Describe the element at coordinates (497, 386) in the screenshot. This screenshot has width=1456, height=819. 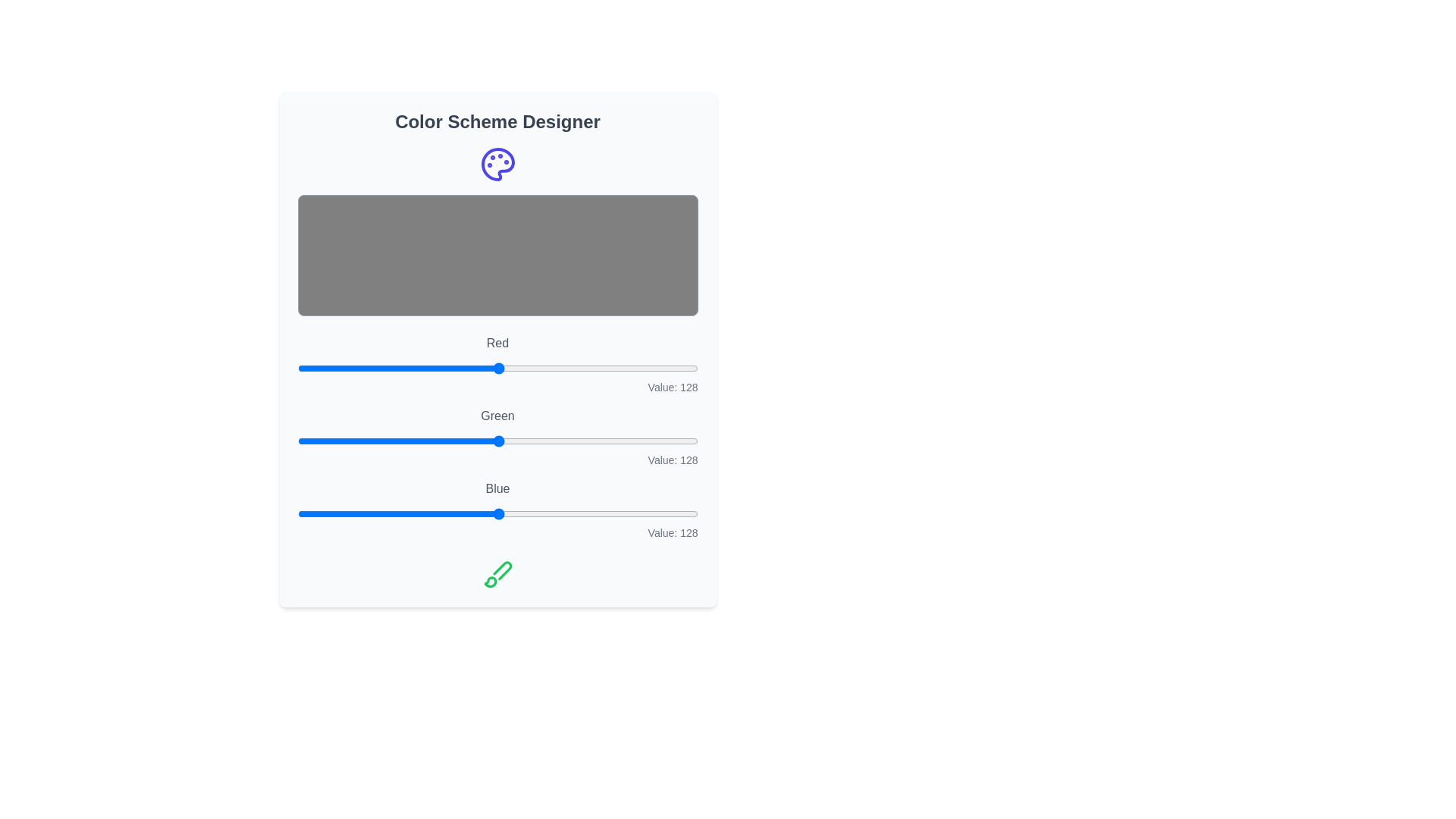
I see `the Text Display element that shows 'Value: 128', located in the lower-right corner below the 'Red' slider` at that location.